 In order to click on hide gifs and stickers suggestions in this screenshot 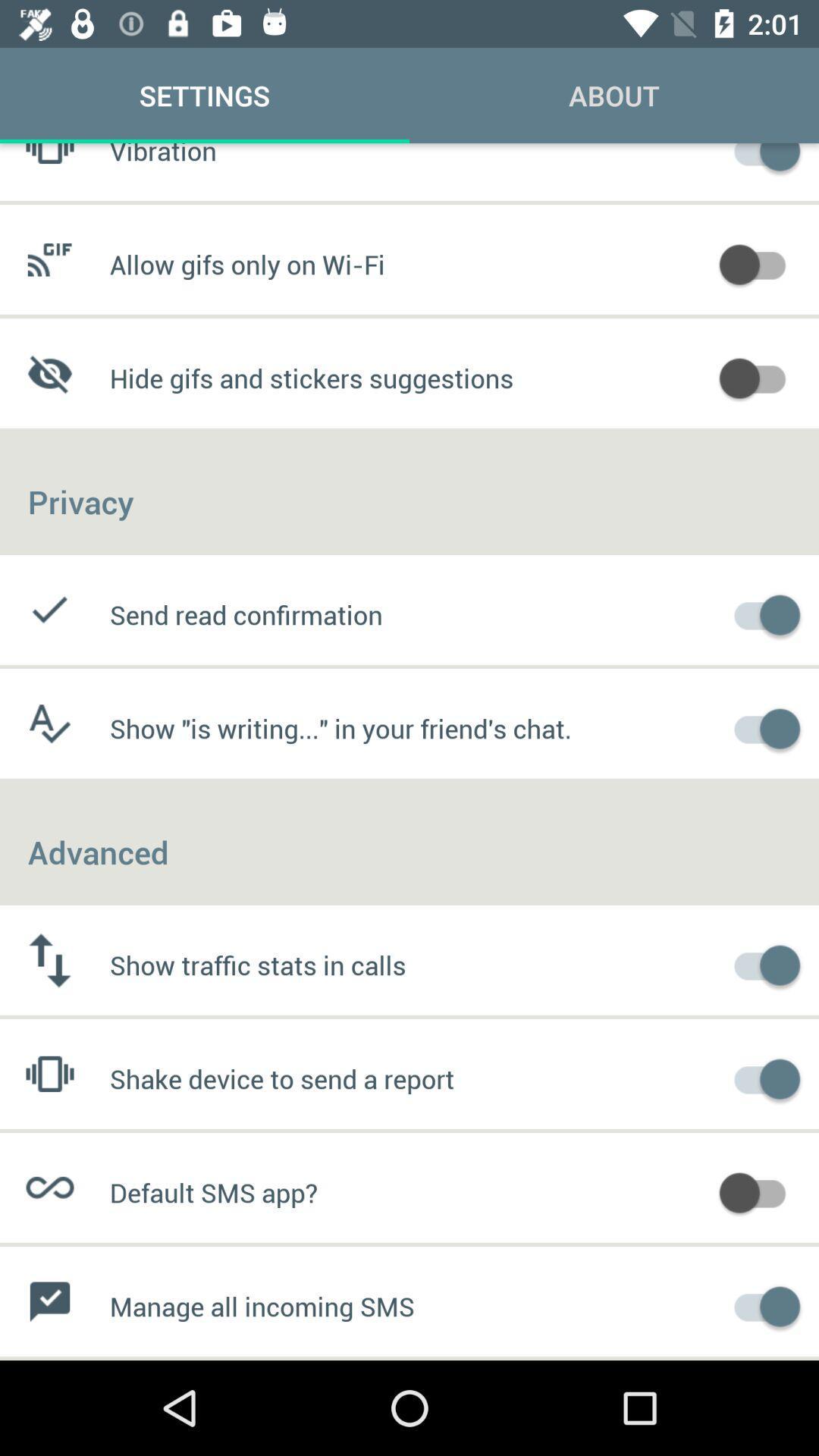, I will do `click(760, 376)`.